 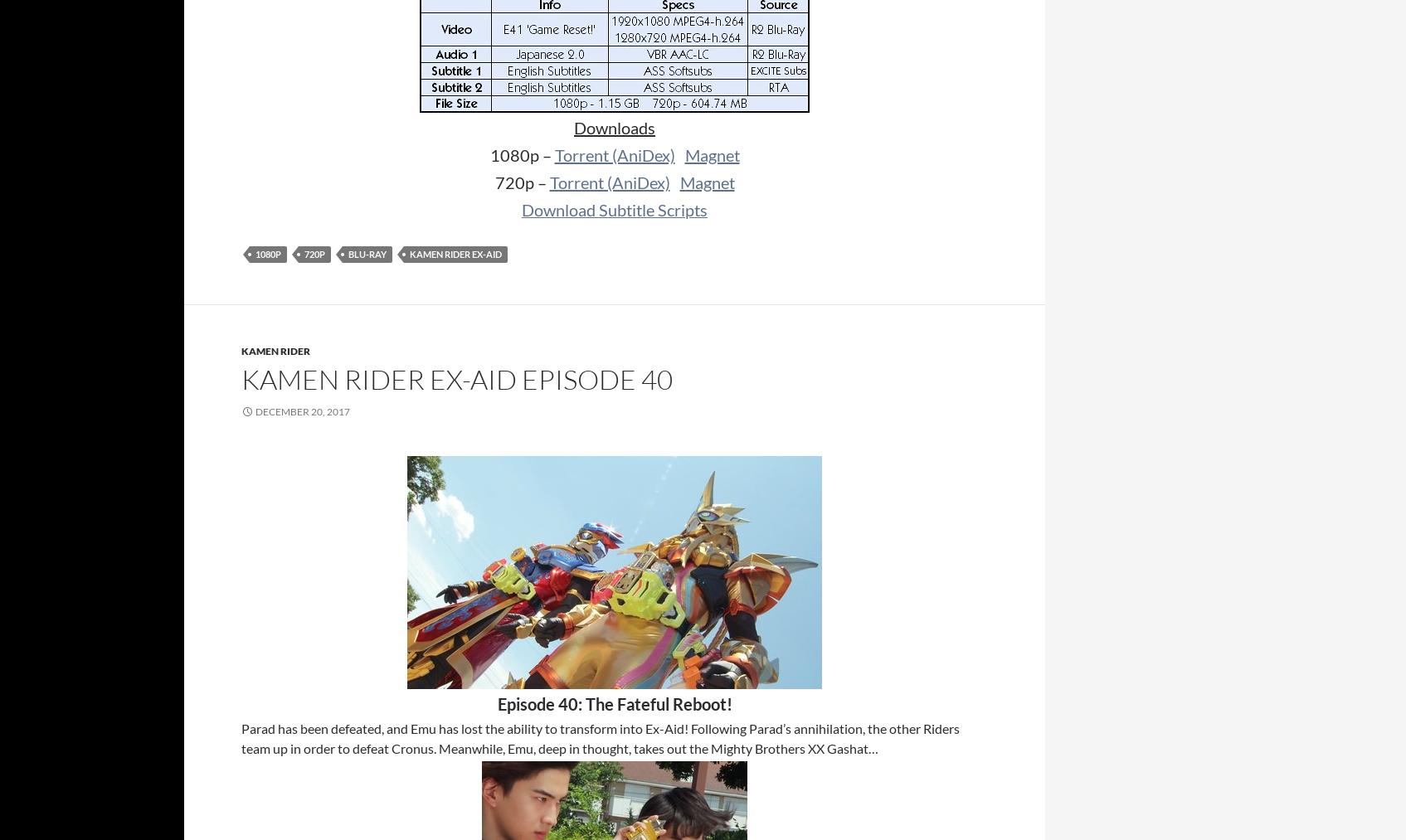 What do you see at coordinates (614, 209) in the screenshot?
I see `'Download Subtitle Scripts'` at bounding box center [614, 209].